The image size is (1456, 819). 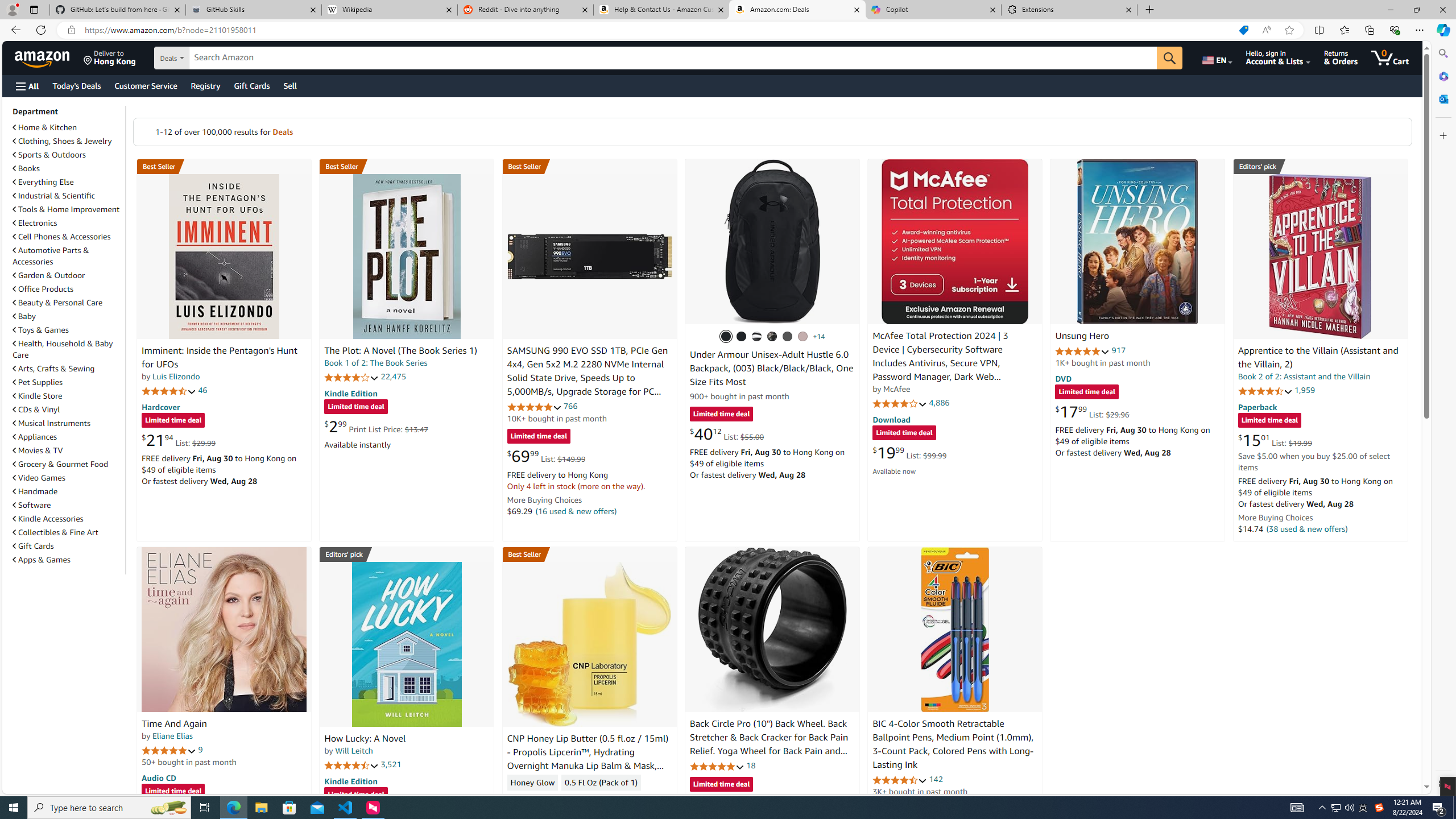 I want to click on 'Search in', so click(x=210, y=58).